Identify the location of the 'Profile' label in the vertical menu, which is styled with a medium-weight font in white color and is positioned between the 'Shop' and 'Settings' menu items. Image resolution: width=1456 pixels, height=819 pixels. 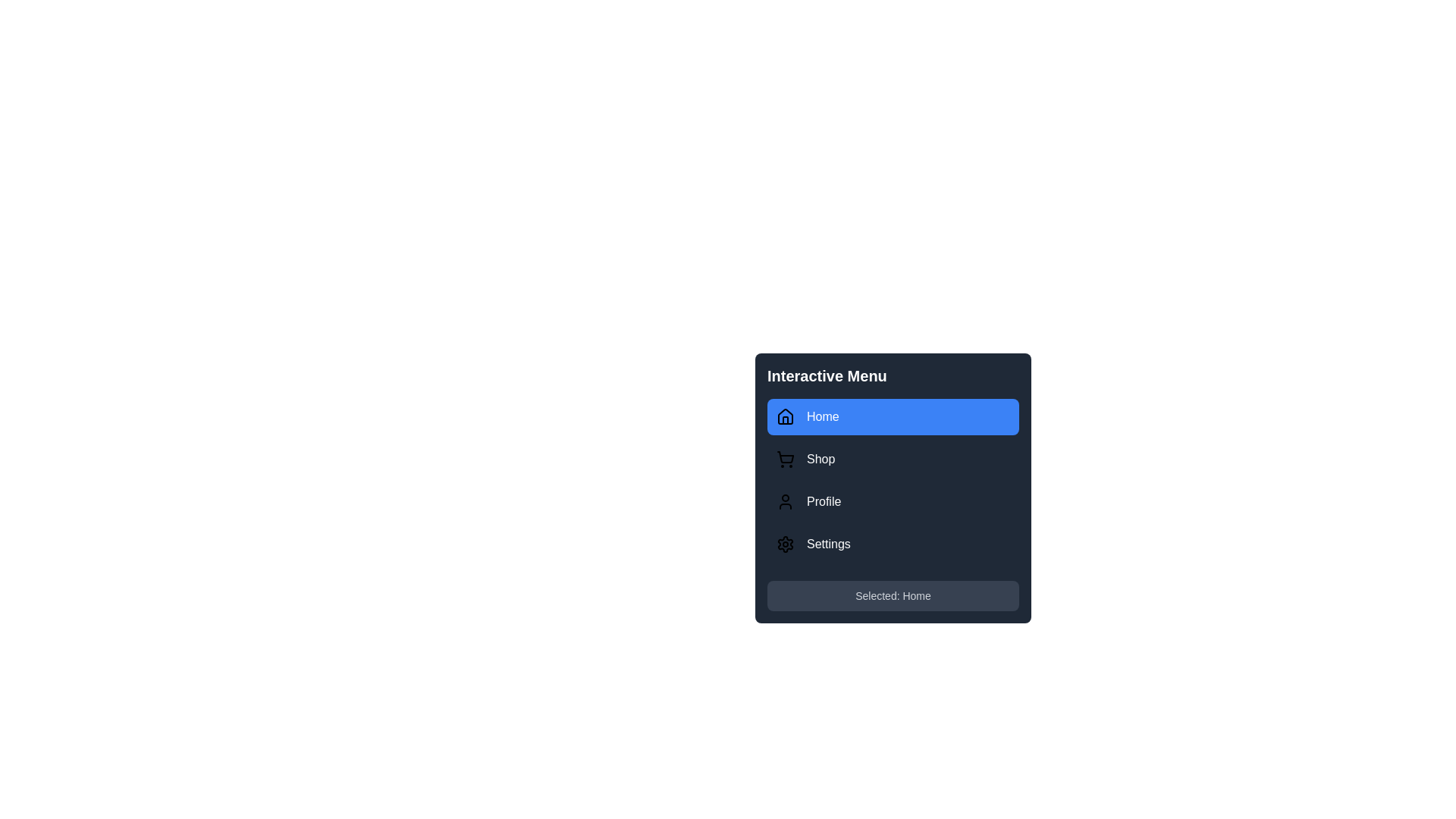
(823, 502).